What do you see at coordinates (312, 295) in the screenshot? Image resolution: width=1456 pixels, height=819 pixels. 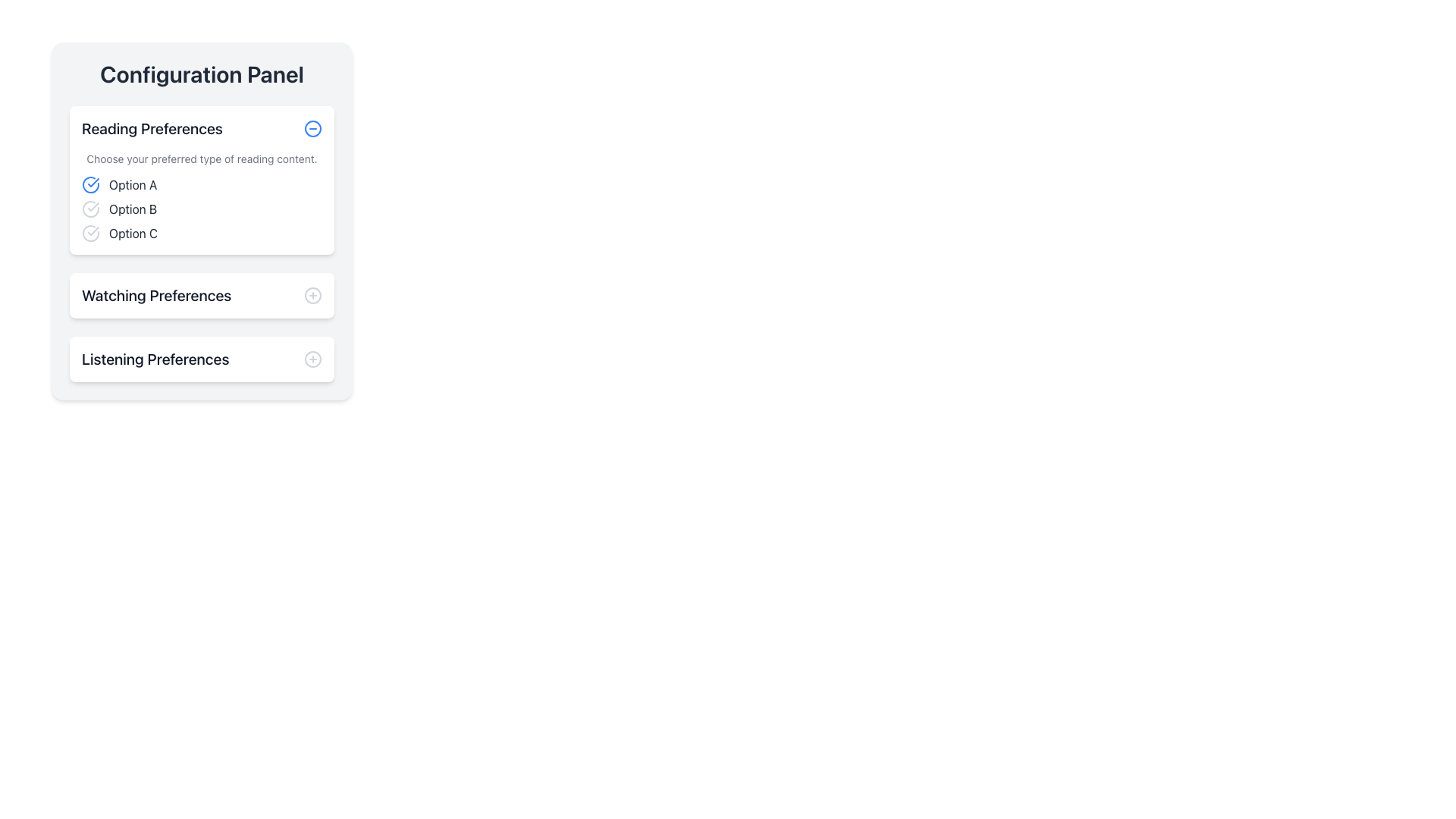 I see `the circular plus icon button located to the right of the 'Watching Preferences' label` at bounding box center [312, 295].